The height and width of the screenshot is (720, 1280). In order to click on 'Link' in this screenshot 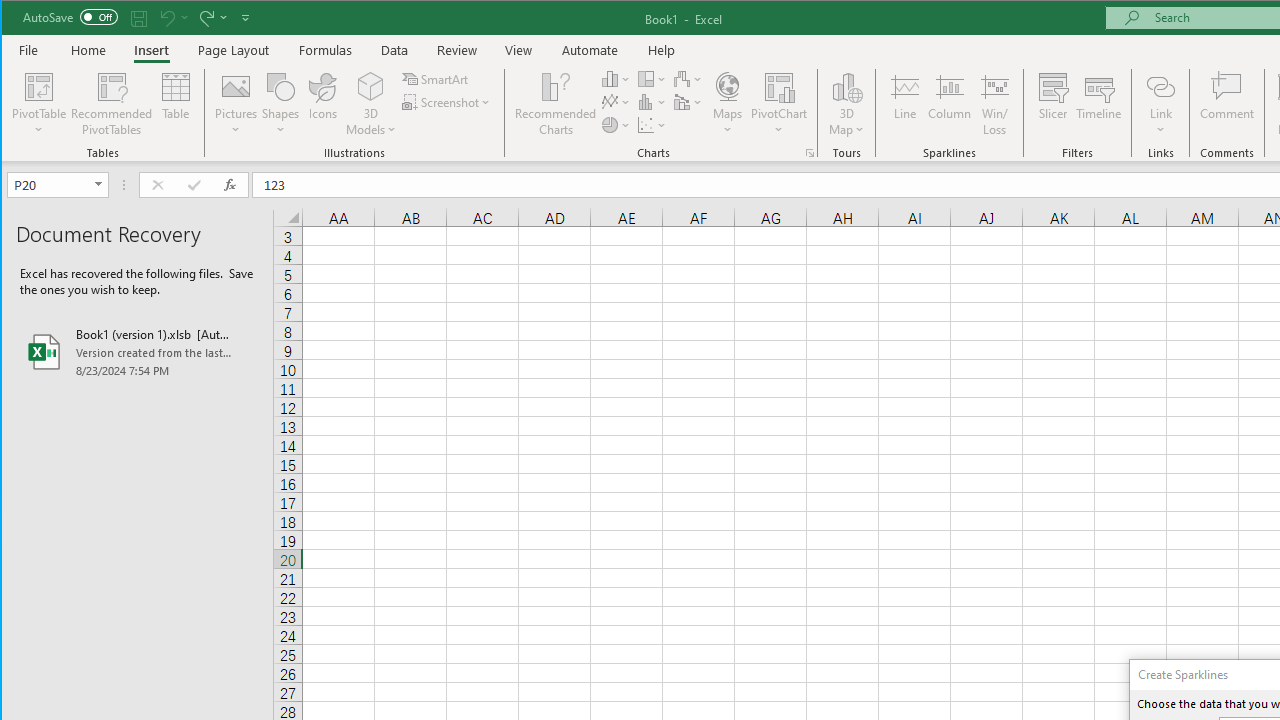, I will do `click(1160, 85)`.